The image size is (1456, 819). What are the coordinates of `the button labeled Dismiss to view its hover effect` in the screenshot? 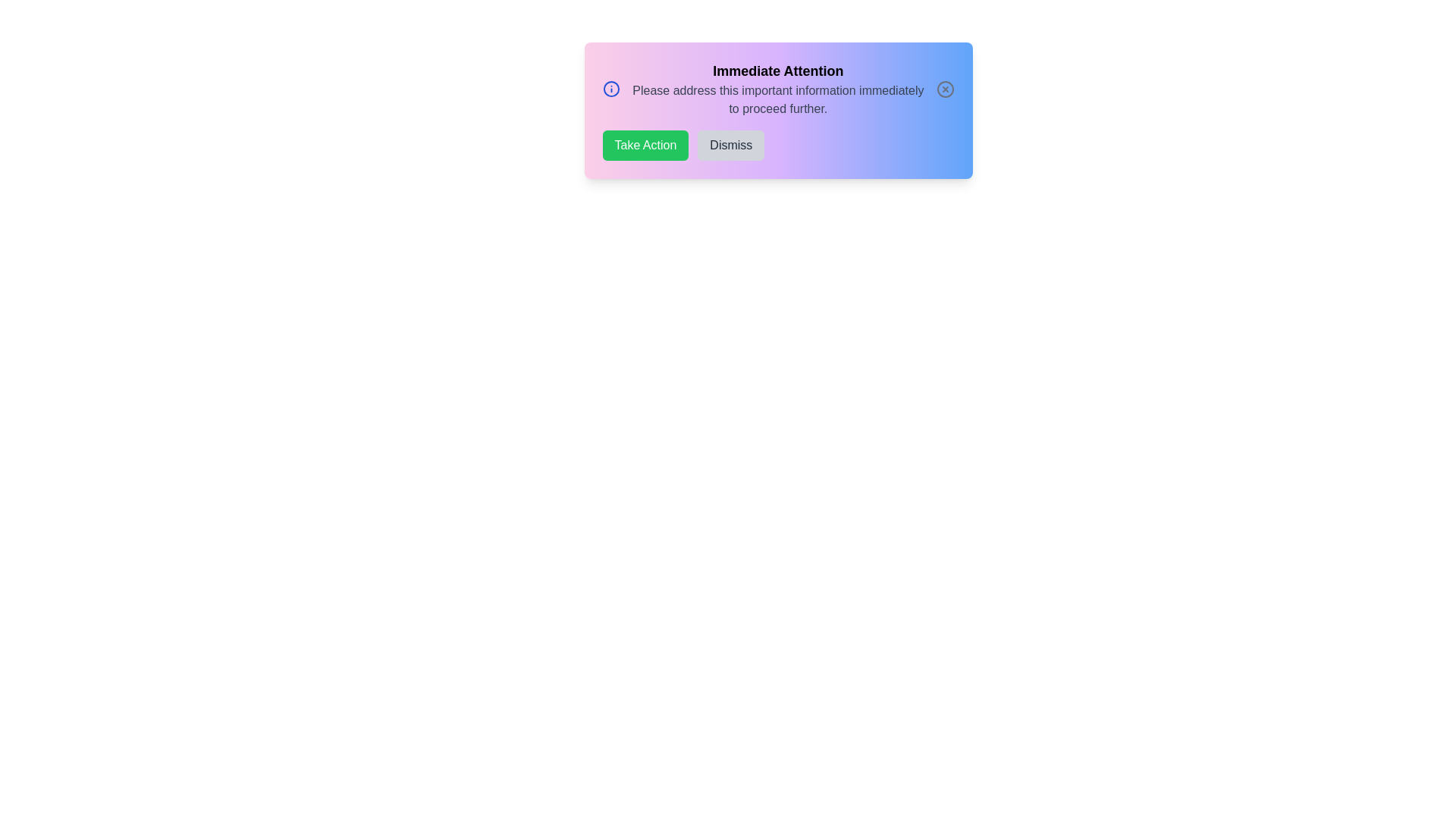 It's located at (731, 146).